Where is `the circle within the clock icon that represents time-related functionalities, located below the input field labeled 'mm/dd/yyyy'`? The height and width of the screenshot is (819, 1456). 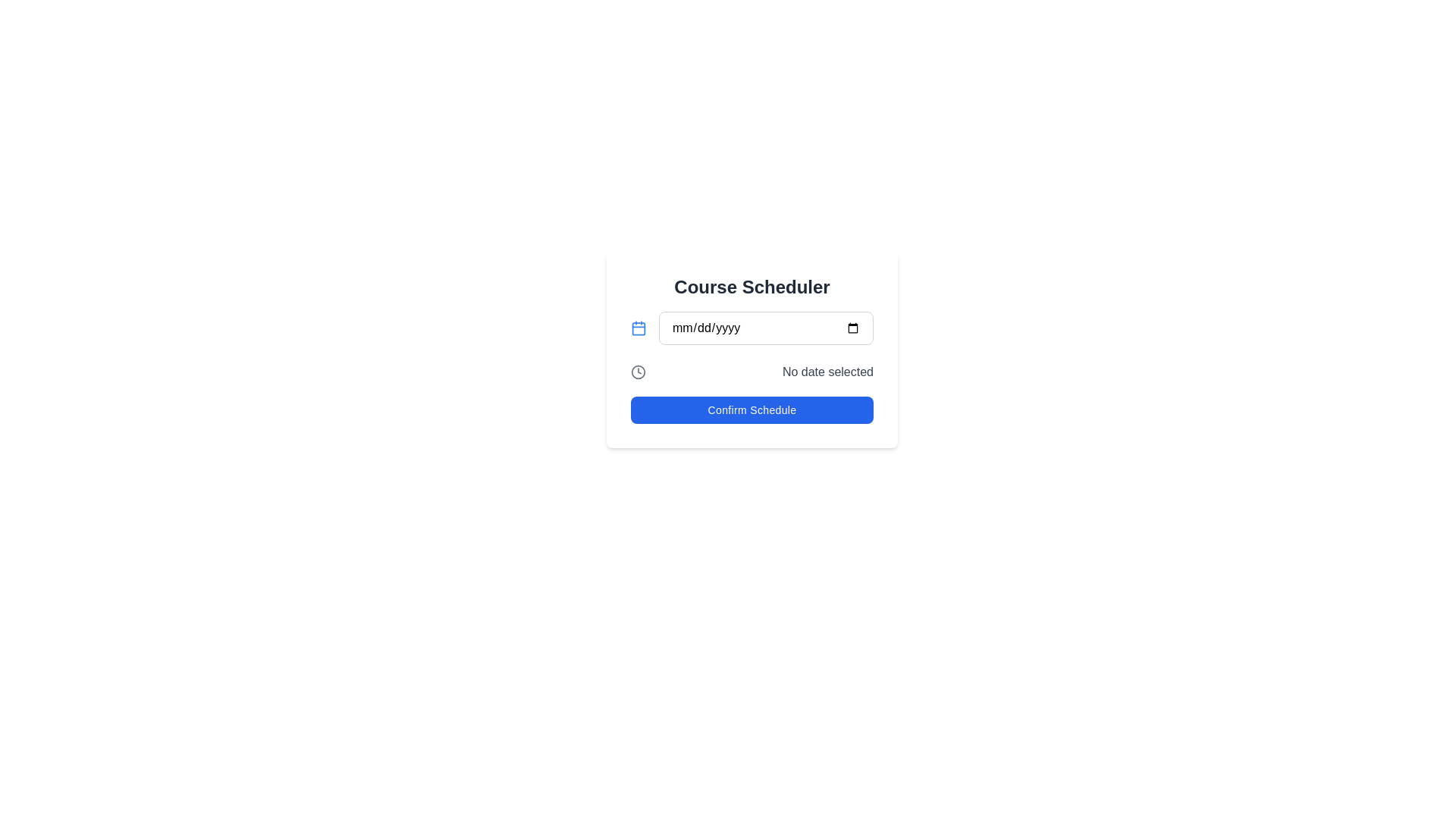
the circle within the clock icon that represents time-related functionalities, located below the input field labeled 'mm/dd/yyyy' is located at coordinates (638, 372).